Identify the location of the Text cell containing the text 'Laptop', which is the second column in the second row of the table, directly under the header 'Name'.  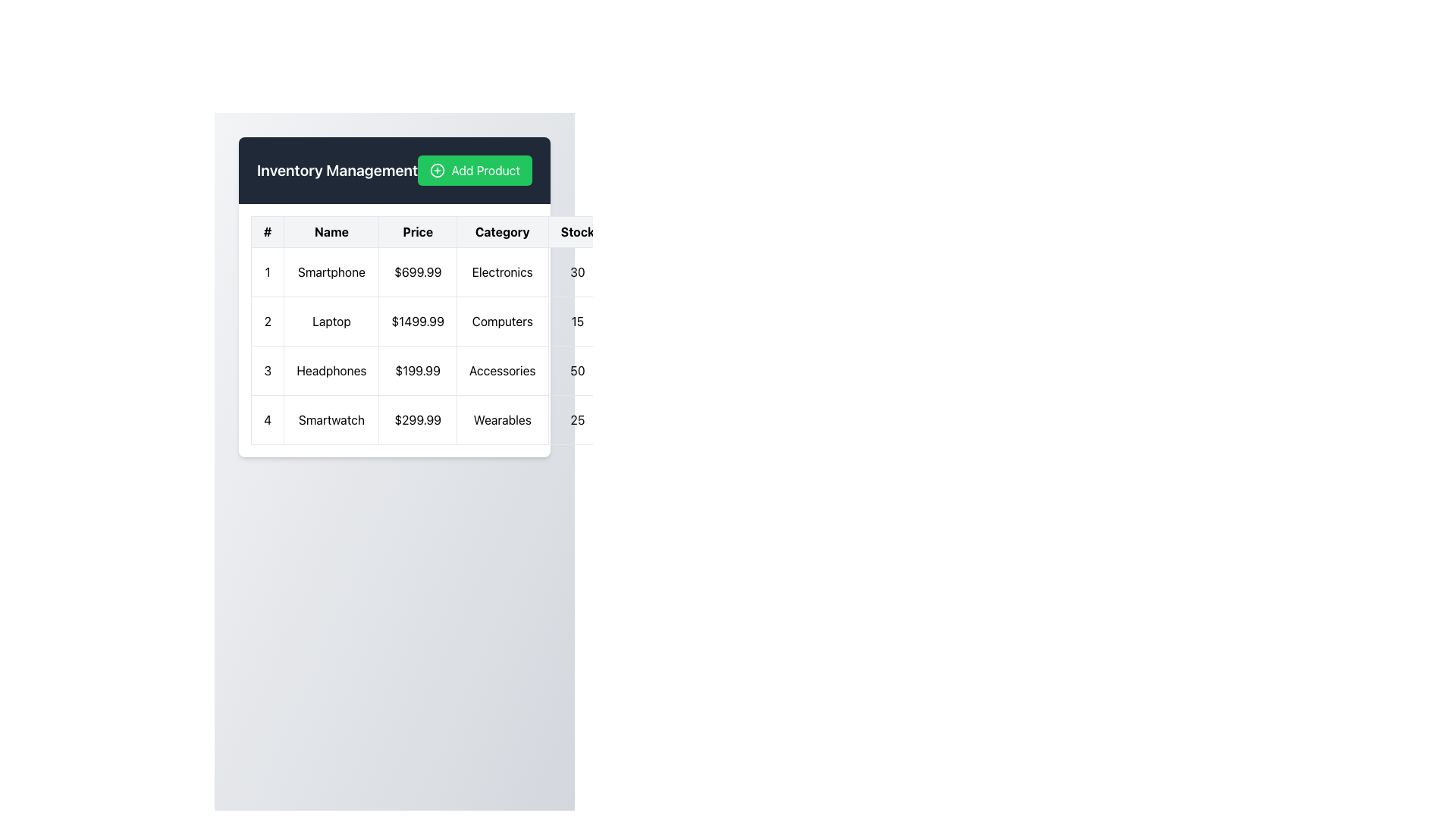
(331, 321).